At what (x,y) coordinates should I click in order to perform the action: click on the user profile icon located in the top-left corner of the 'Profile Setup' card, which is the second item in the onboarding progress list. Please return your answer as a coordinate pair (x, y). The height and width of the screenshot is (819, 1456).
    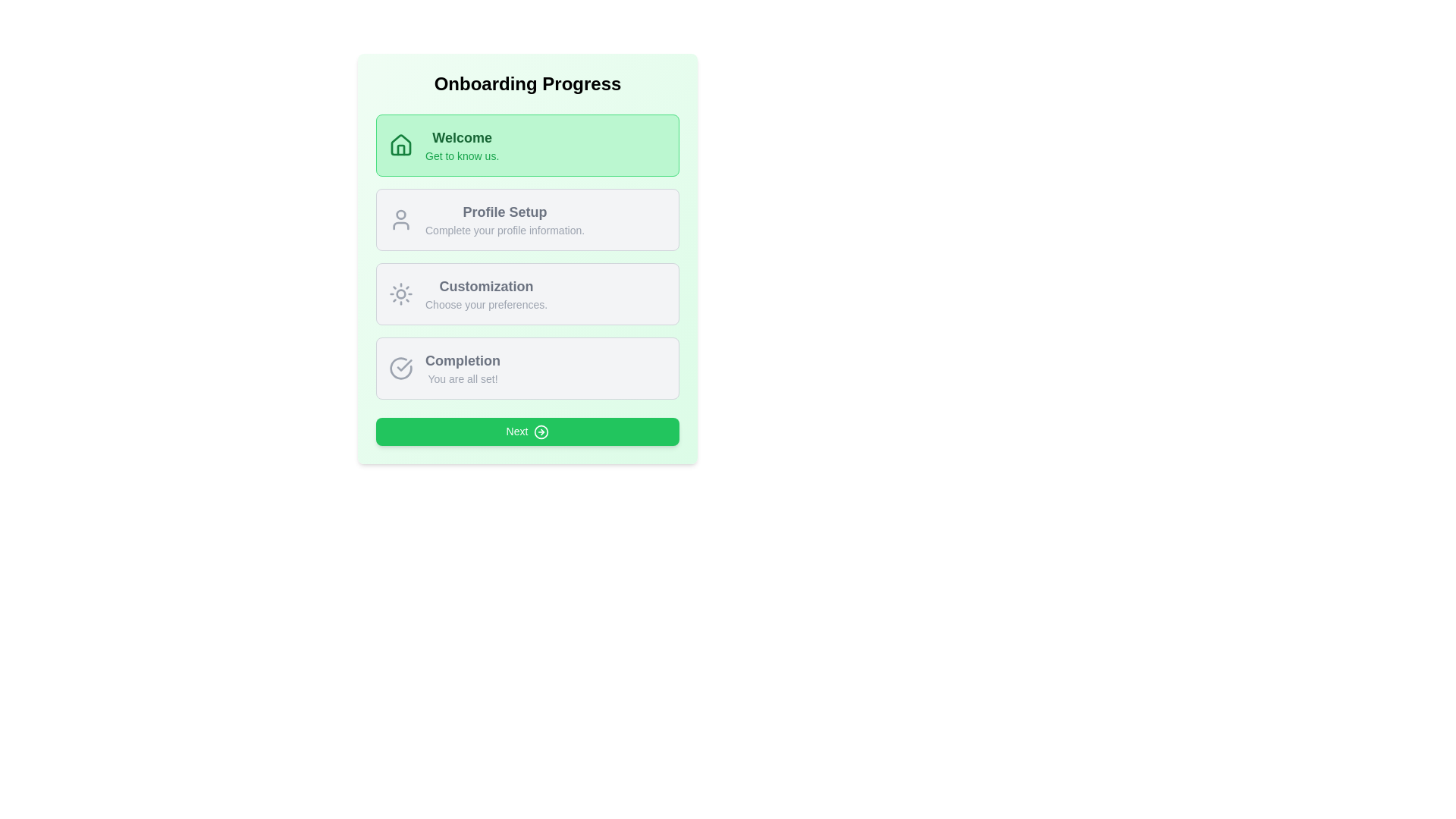
    Looking at the image, I should click on (400, 219).